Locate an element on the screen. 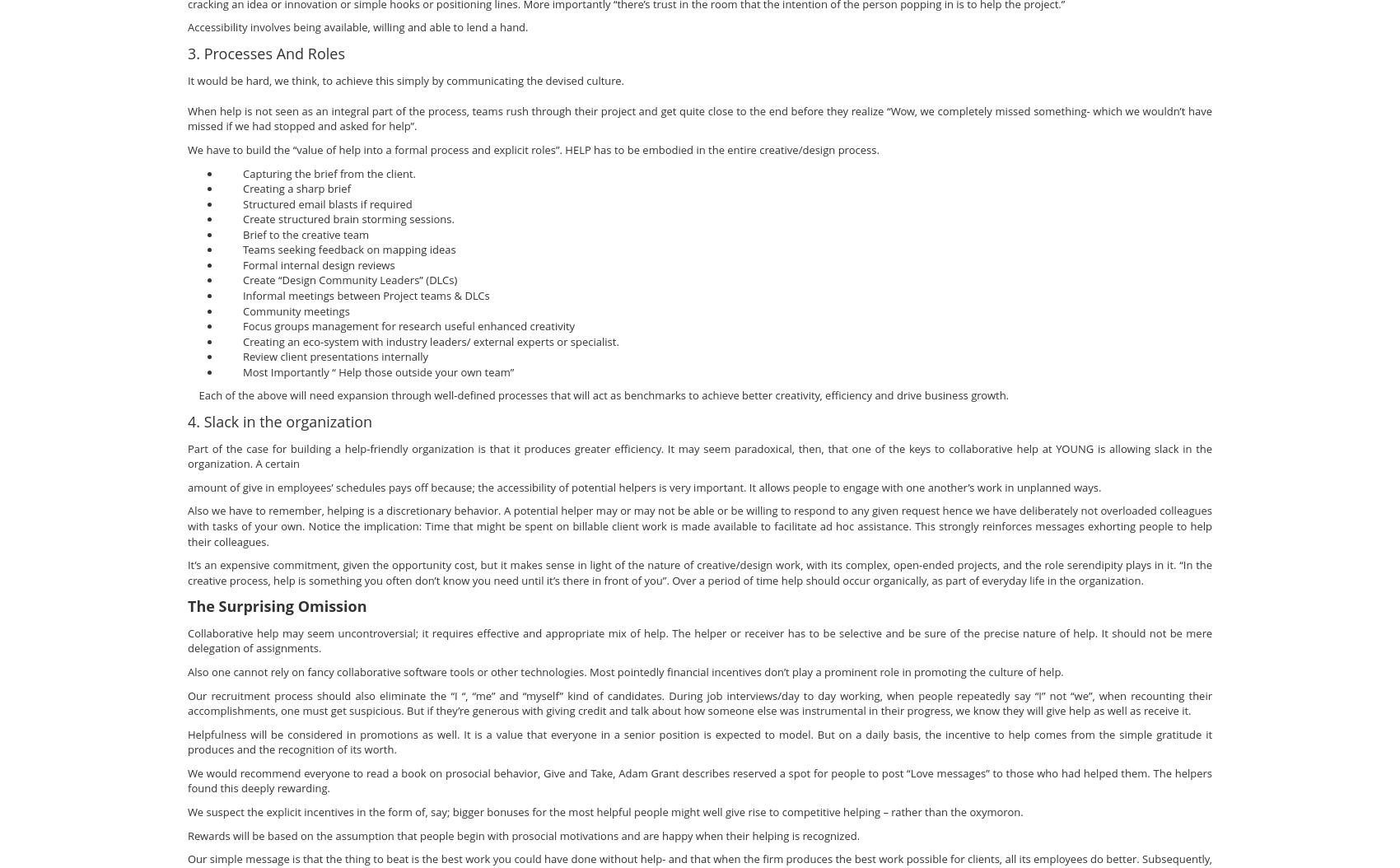 Image resolution: width=1400 pixels, height=868 pixels. 'Also we have to remember, helping is a discretionary behavior. A potential helper may or may not be able or be willing to respond to any given request hence we have deliberately not overloaded colleagues with tasks of your own. Notice the implication: Time that might be spent on billable client work is made available to facilitate ad hoc assistance. This strongly reinforces messages exhorting people to help their colleagues.' is located at coordinates (698, 525).